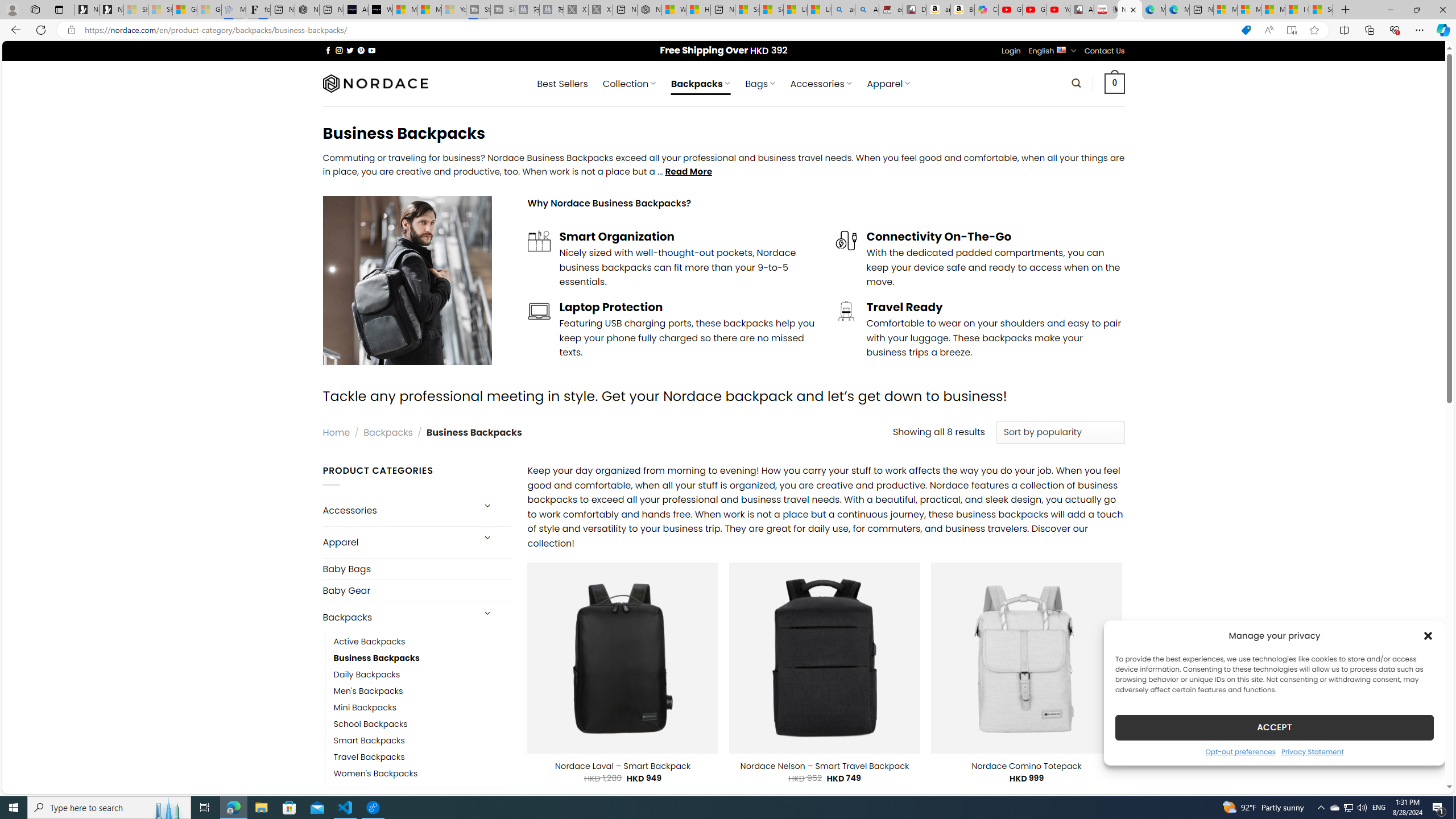  I want to click on 'Women', so click(375, 773).